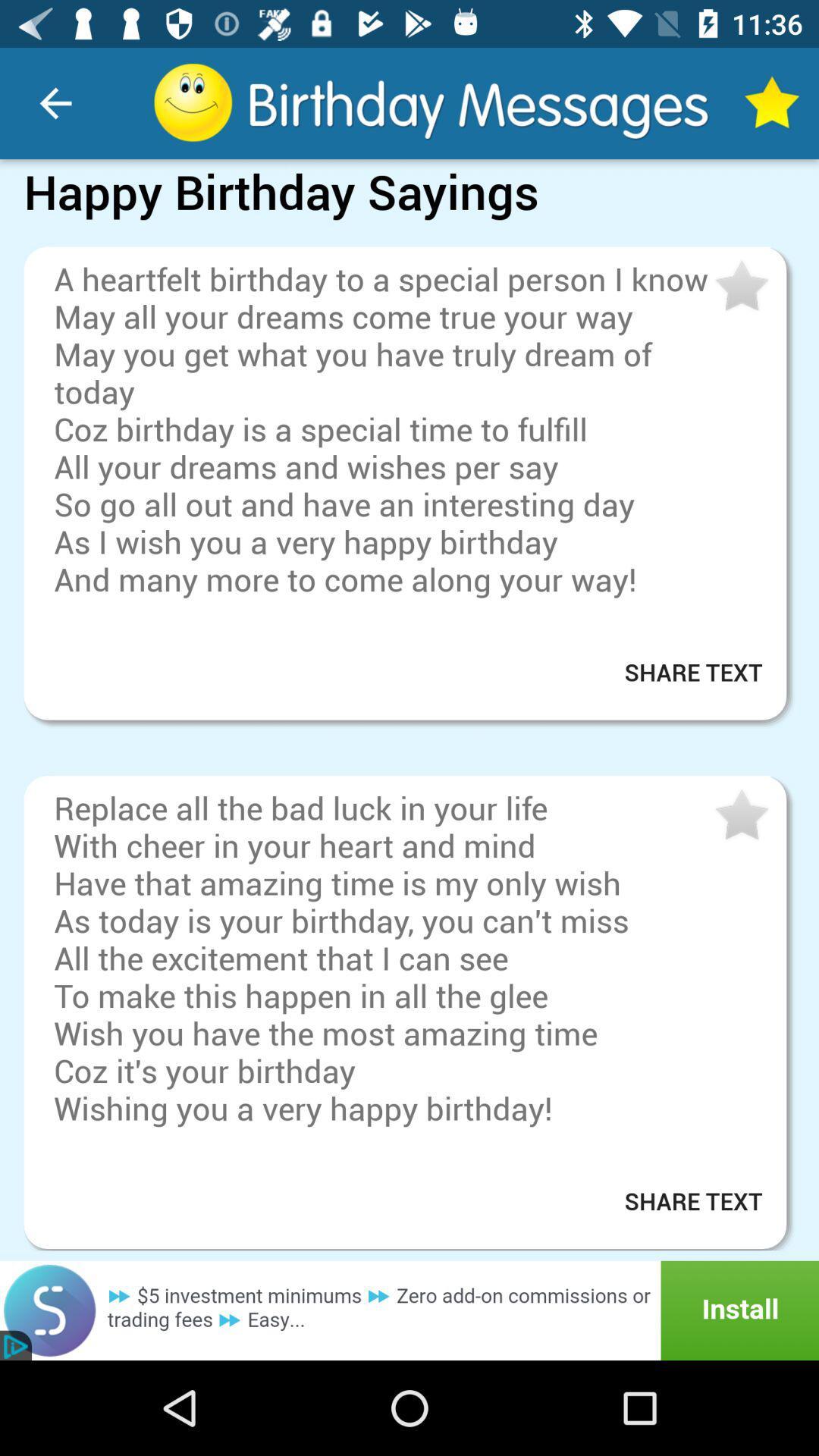 This screenshot has width=819, height=1456. I want to click on this one, so click(739, 814).